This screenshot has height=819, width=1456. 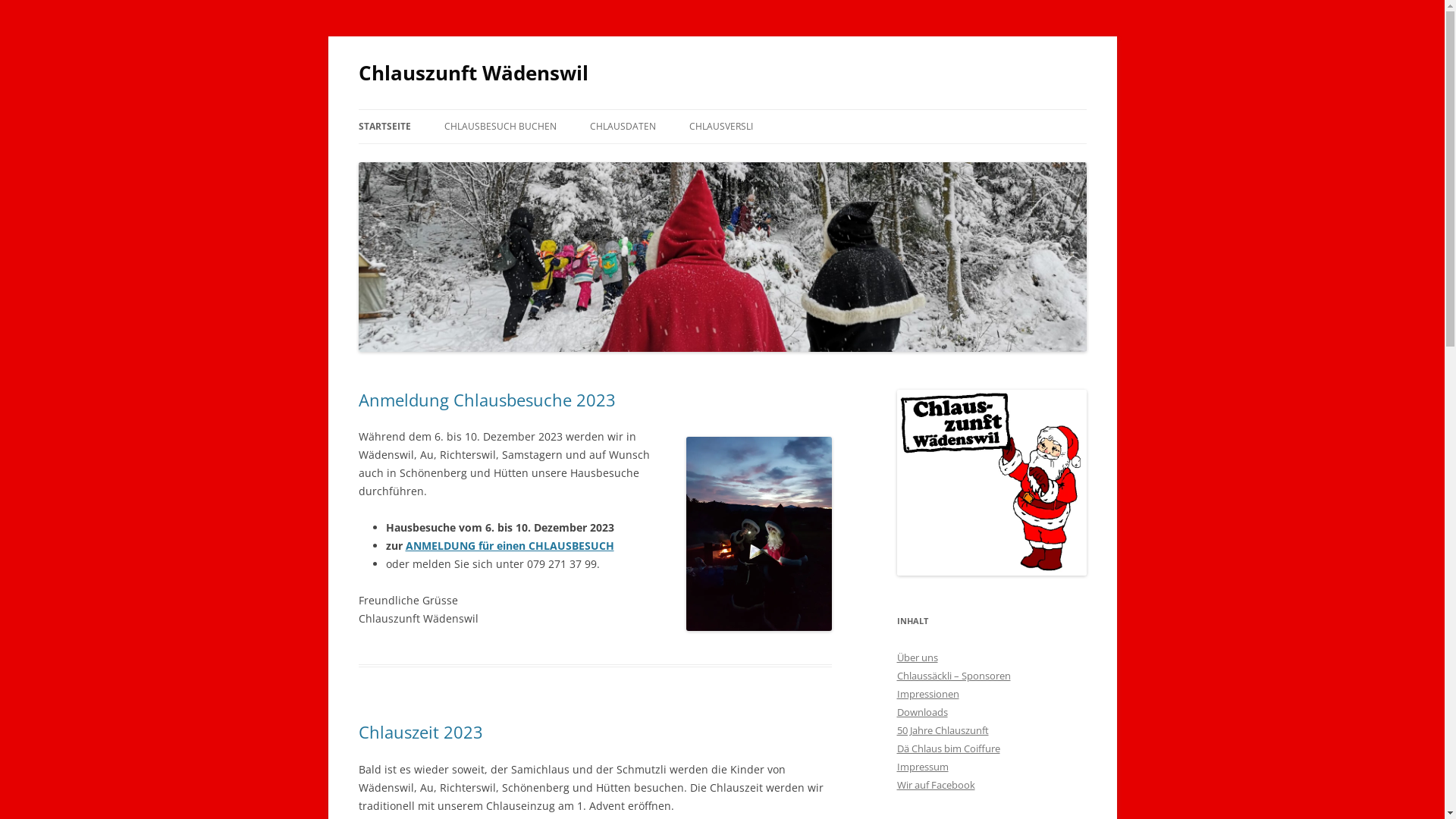 I want to click on 'Anmeldung Chlausbesuche 2023', so click(x=486, y=399).